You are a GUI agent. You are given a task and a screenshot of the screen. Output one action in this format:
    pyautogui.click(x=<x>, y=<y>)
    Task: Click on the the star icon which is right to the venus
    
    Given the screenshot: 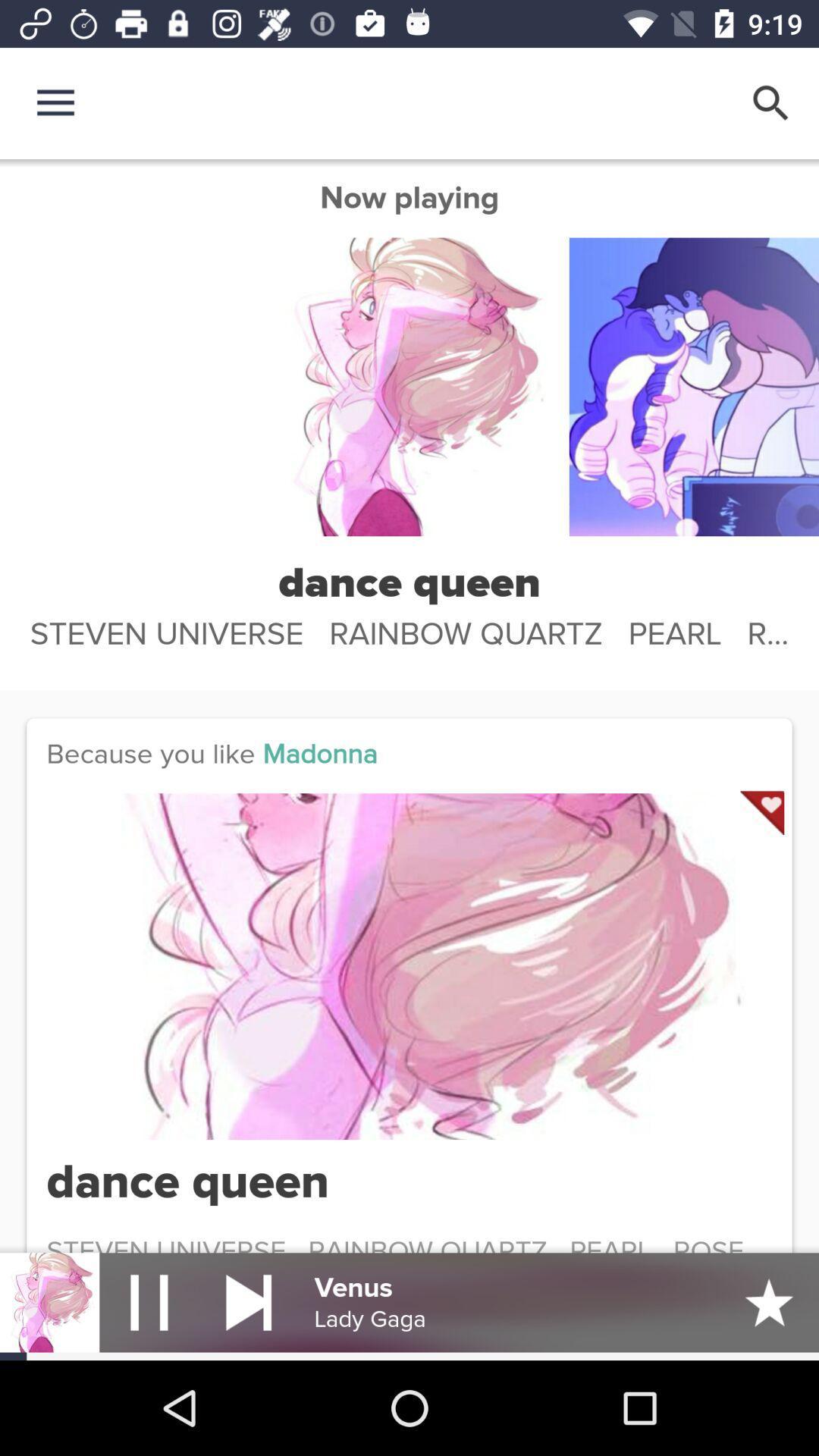 What is the action you would take?
    pyautogui.click(x=769, y=1302)
    